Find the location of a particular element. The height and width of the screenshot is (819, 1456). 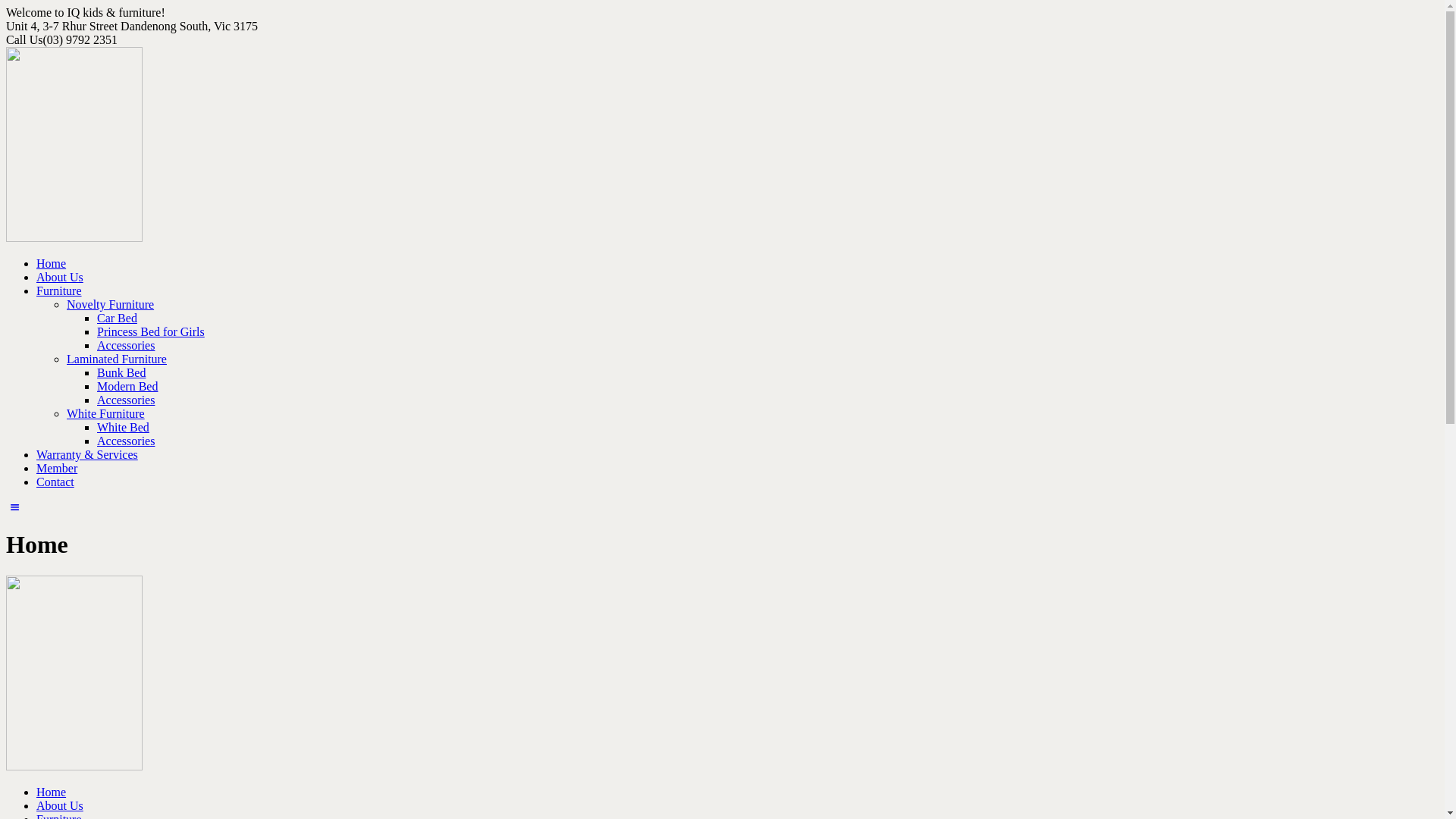

'Accessories' is located at coordinates (126, 441).